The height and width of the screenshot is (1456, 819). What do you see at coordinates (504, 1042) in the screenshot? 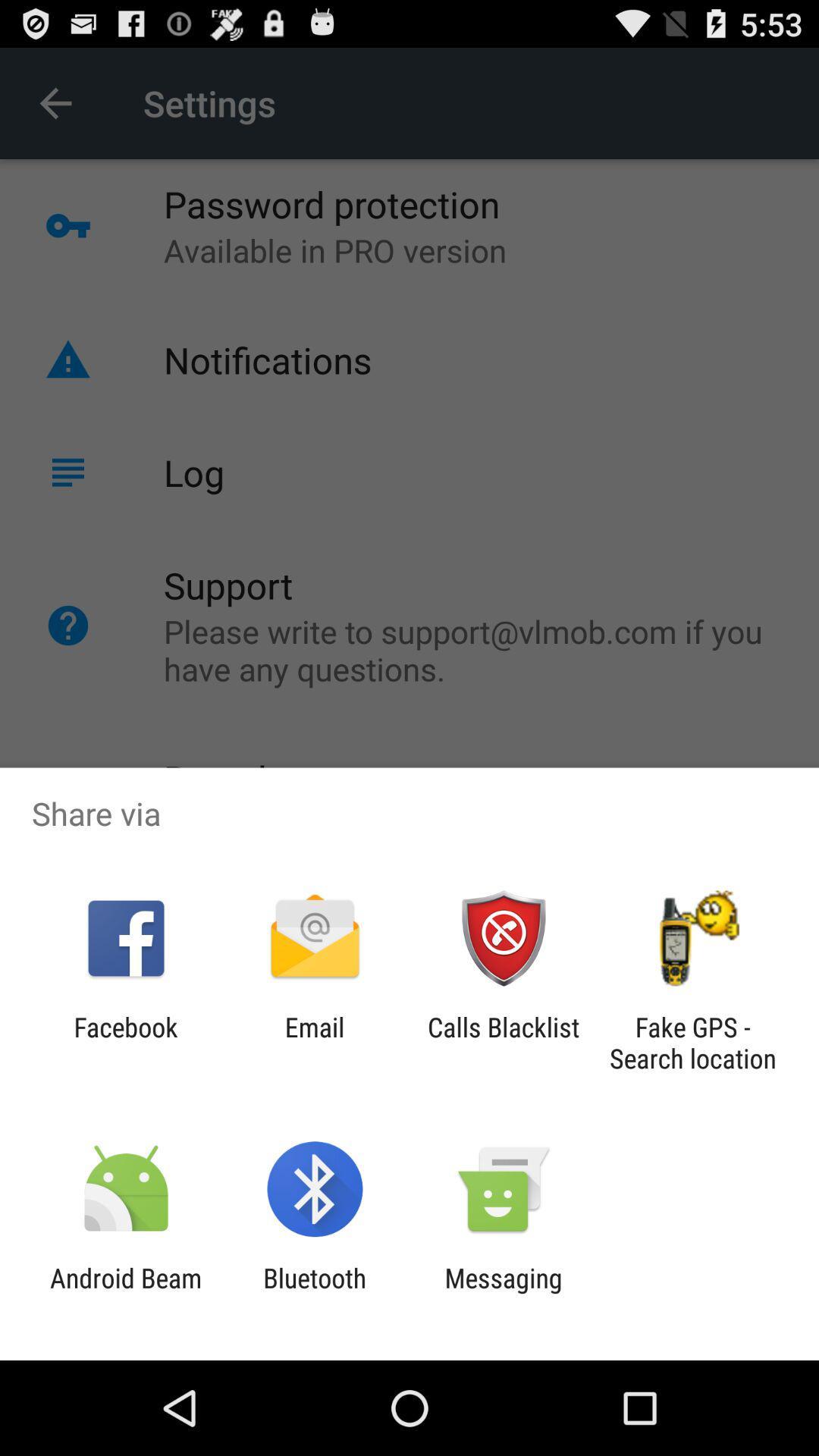
I see `the icon next to the email` at bounding box center [504, 1042].